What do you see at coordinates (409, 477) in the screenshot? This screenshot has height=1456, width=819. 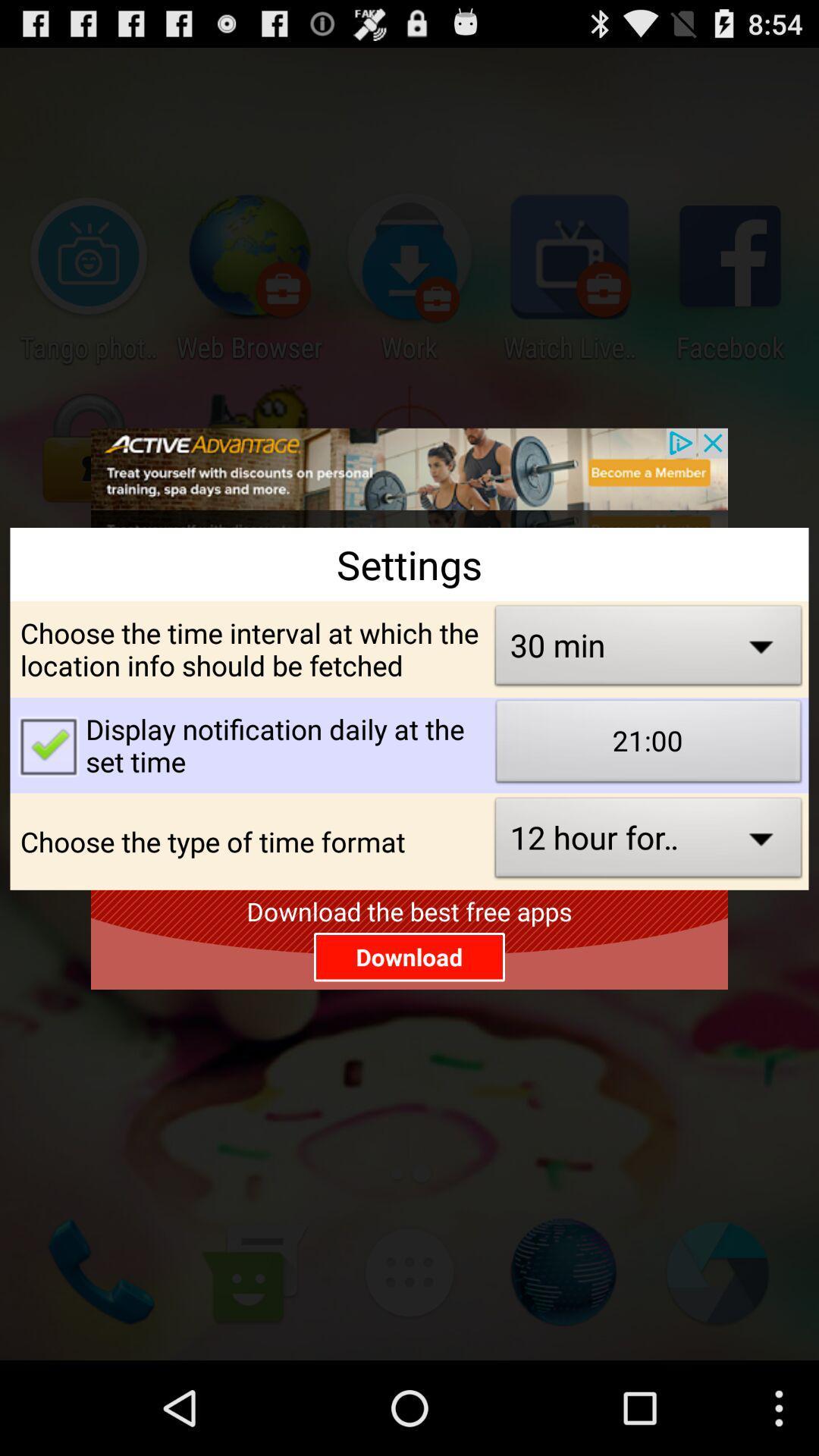 I see `interact with advertisement` at bounding box center [409, 477].